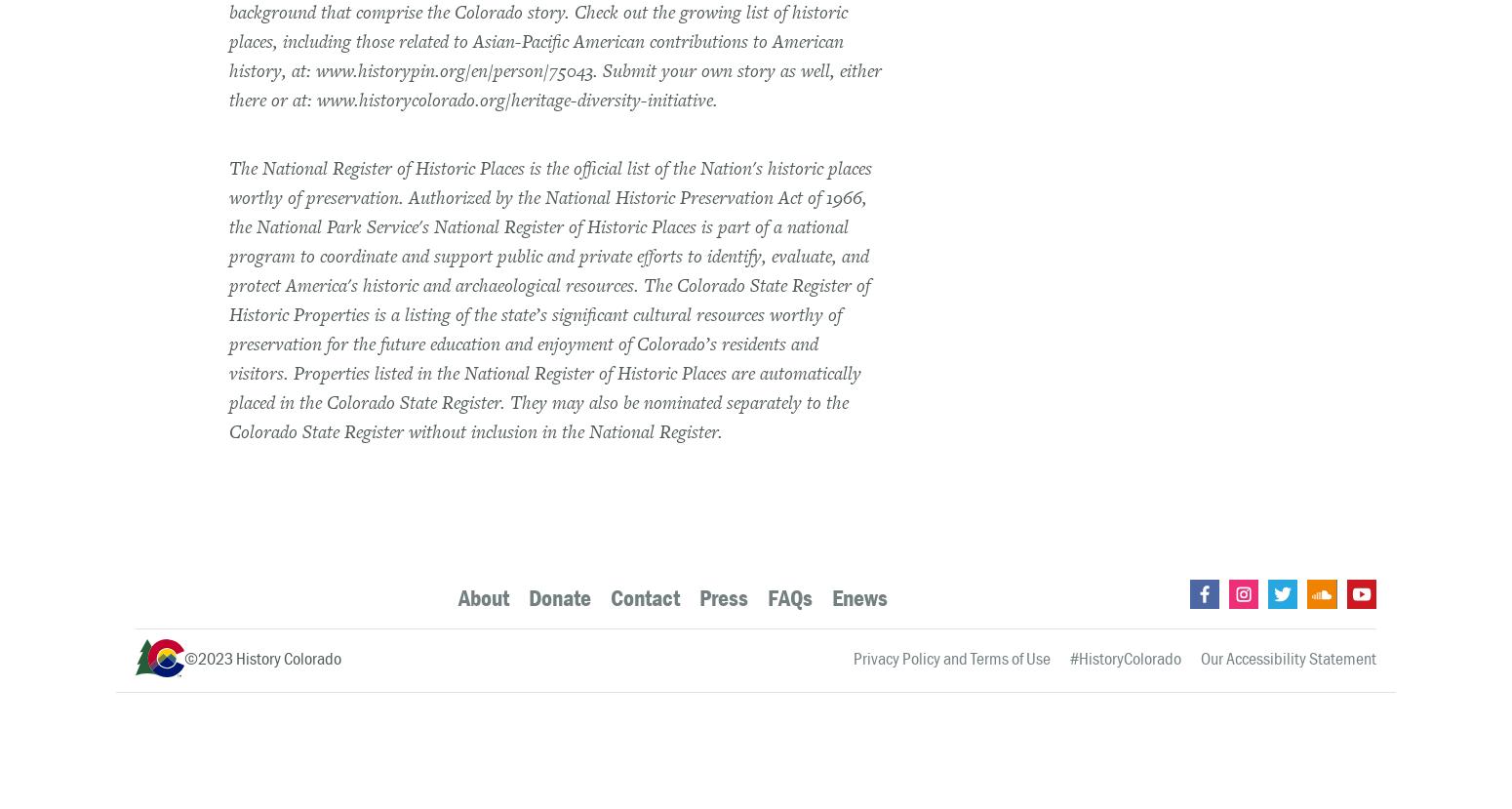 The width and height of the screenshot is (1512, 809). I want to click on 'Donate', so click(559, 596).